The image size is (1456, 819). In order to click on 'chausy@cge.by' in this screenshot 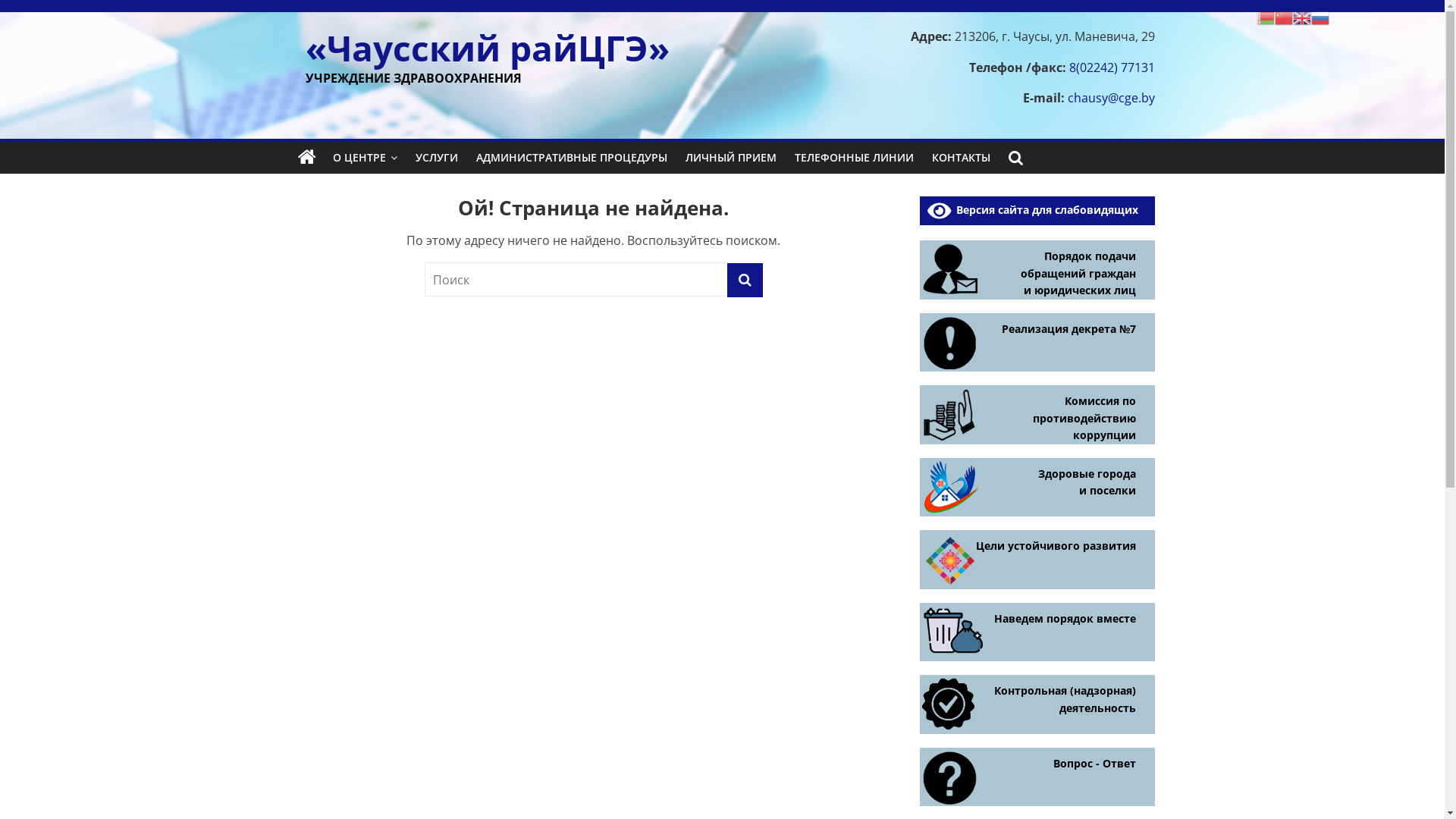, I will do `click(1066, 97)`.